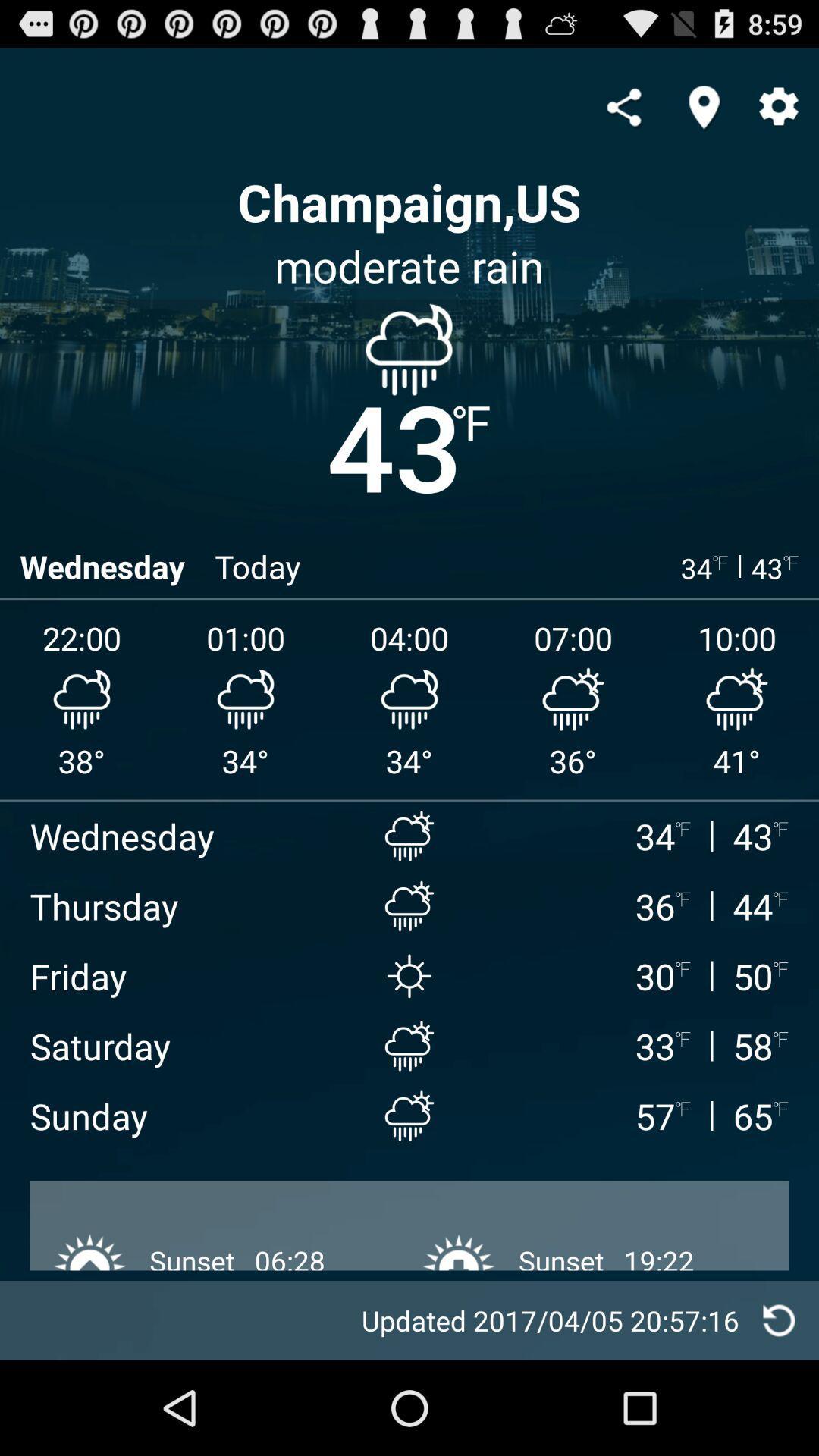  Describe the element at coordinates (779, 106) in the screenshot. I see `settings` at that location.